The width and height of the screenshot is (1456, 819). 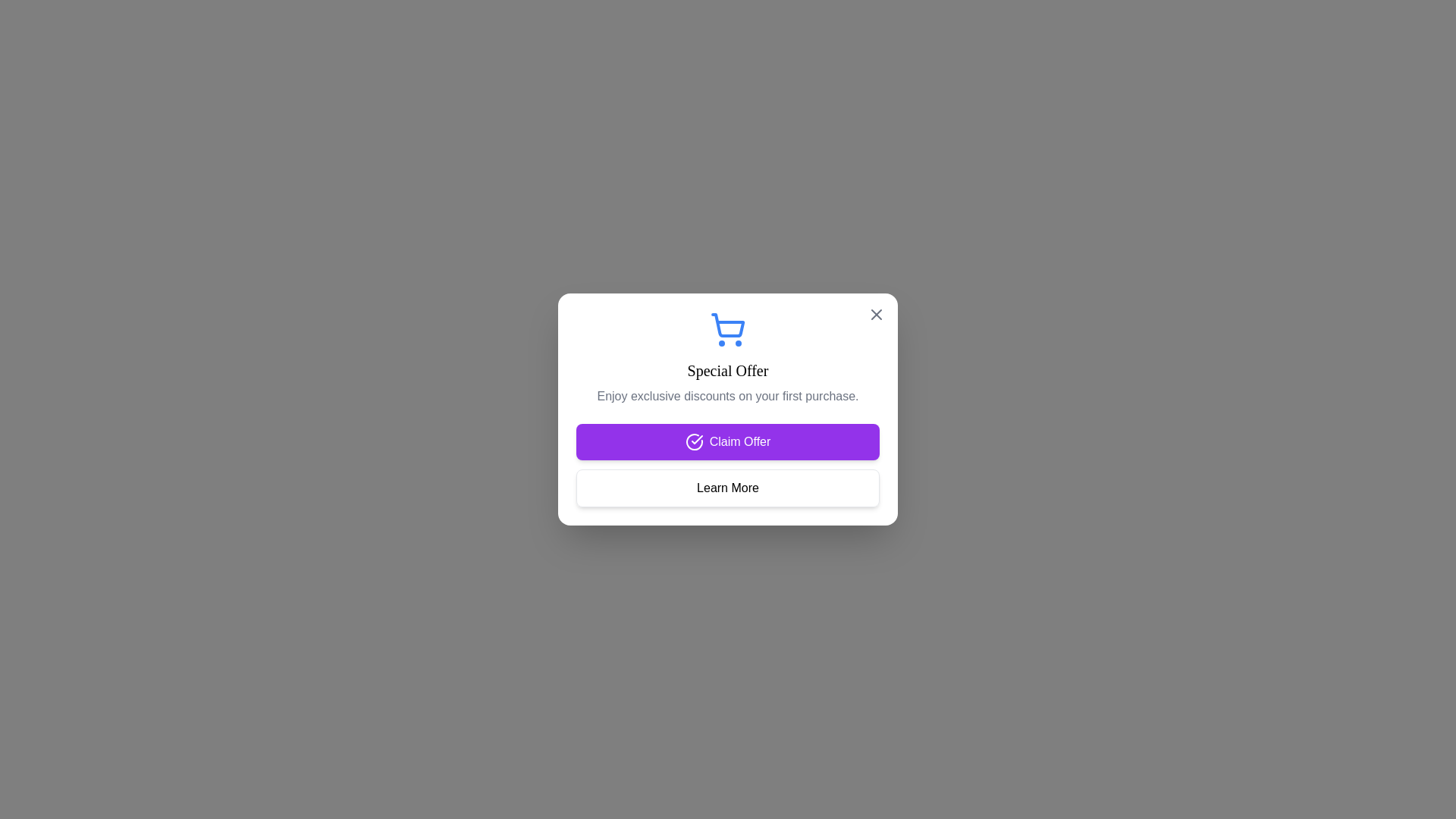 I want to click on close button to dismiss the dialog, so click(x=877, y=314).